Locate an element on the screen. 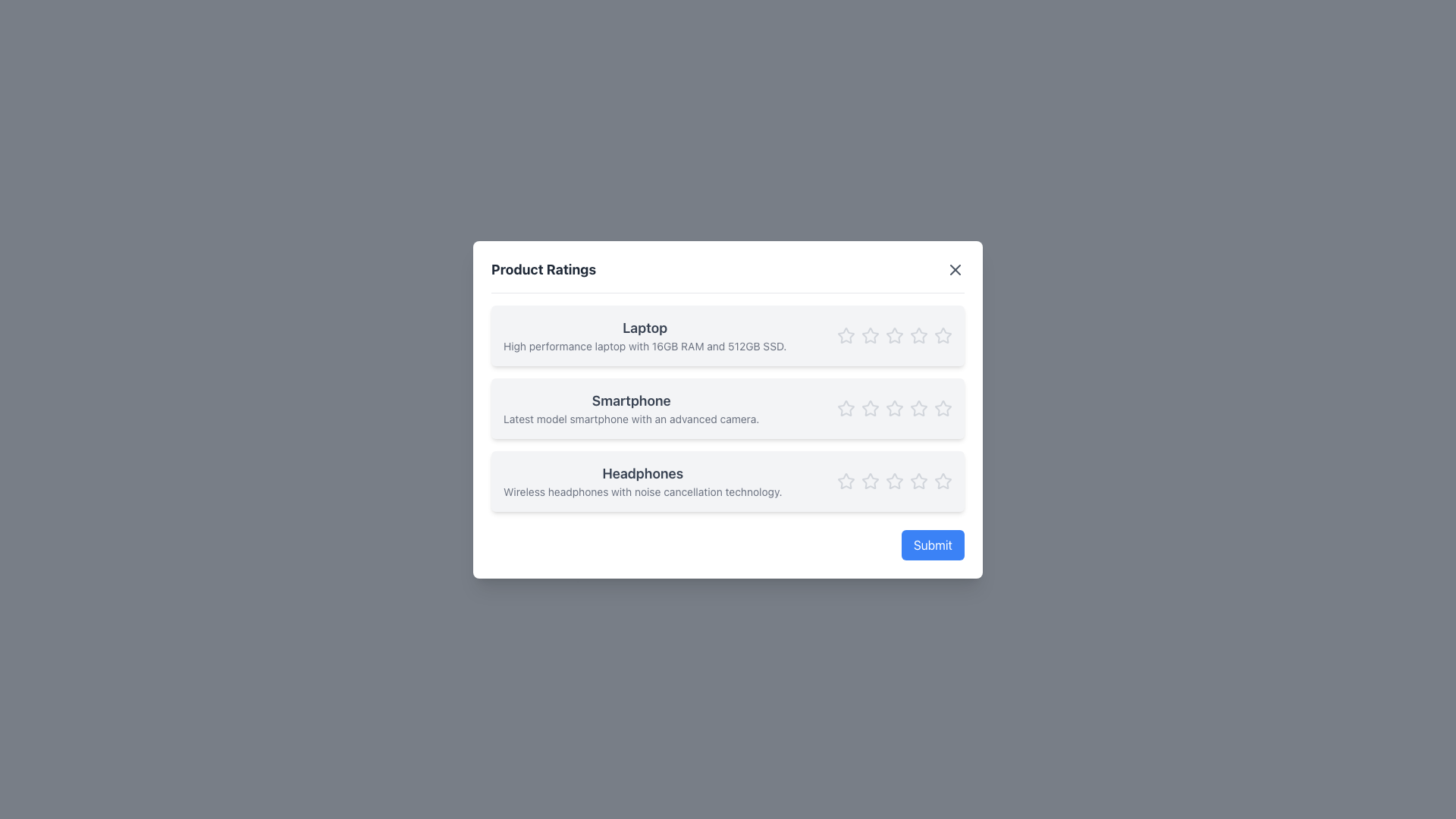 The image size is (1456, 819). the non-interactive Text Label providing information about the product 'Laptop', located under the 'Laptop' title in the first product rating card is located at coordinates (645, 346).